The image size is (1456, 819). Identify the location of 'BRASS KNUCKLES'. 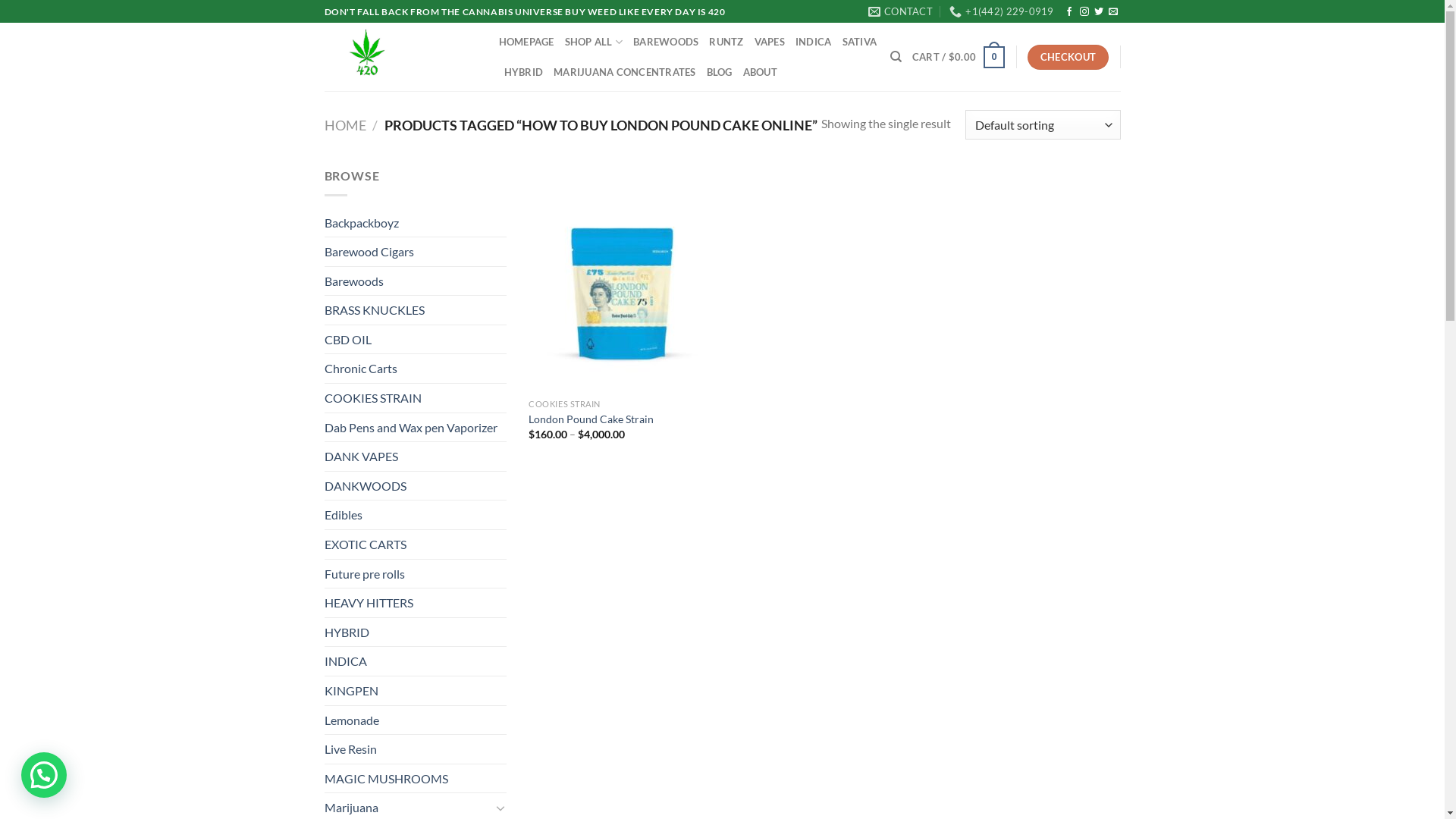
(415, 309).